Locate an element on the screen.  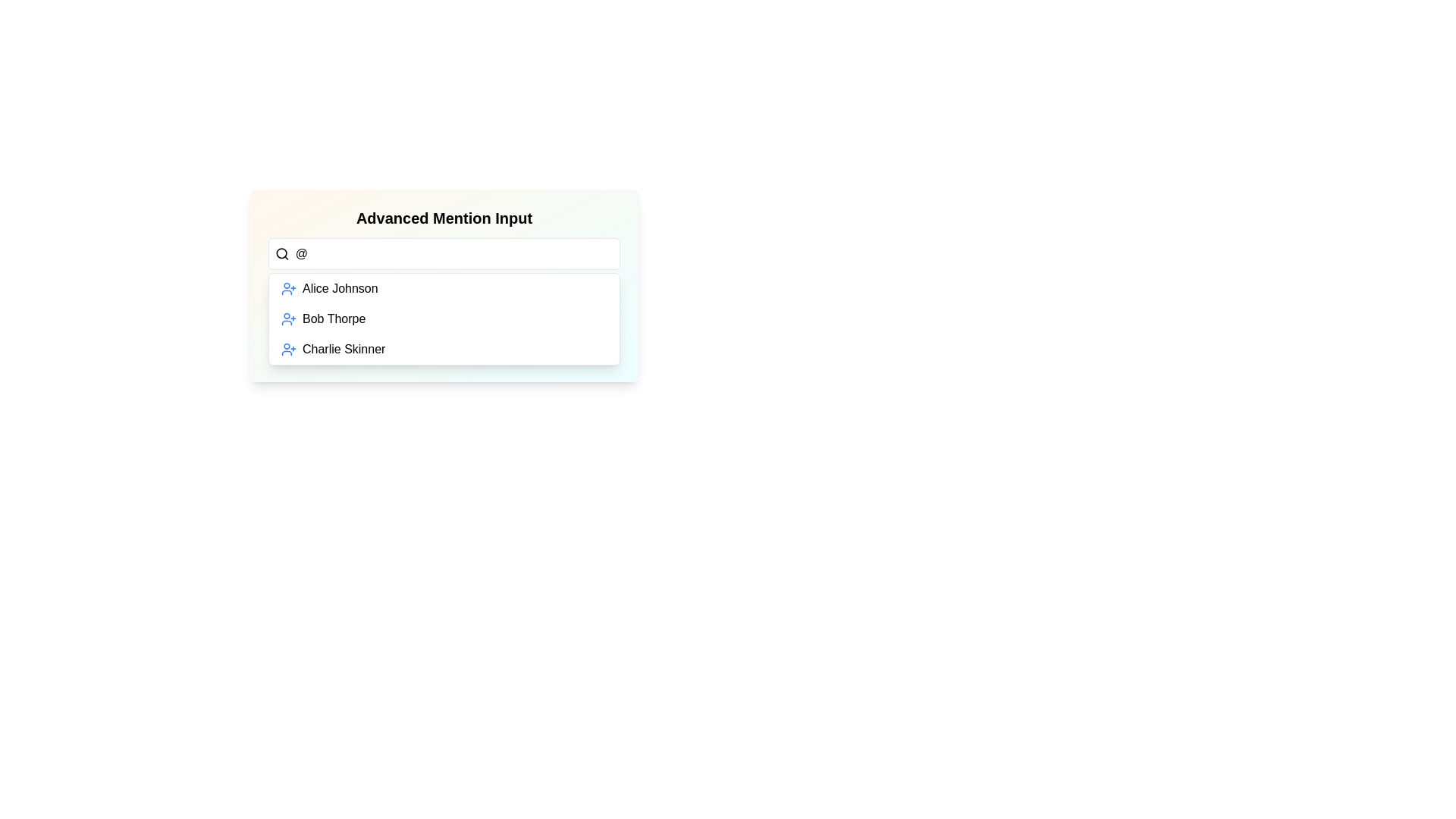
the blue '+' icon associated with 'Charlie Skinner' in the list item, positioned at the bottom of the menu interface is located at coordinates (288, 350).